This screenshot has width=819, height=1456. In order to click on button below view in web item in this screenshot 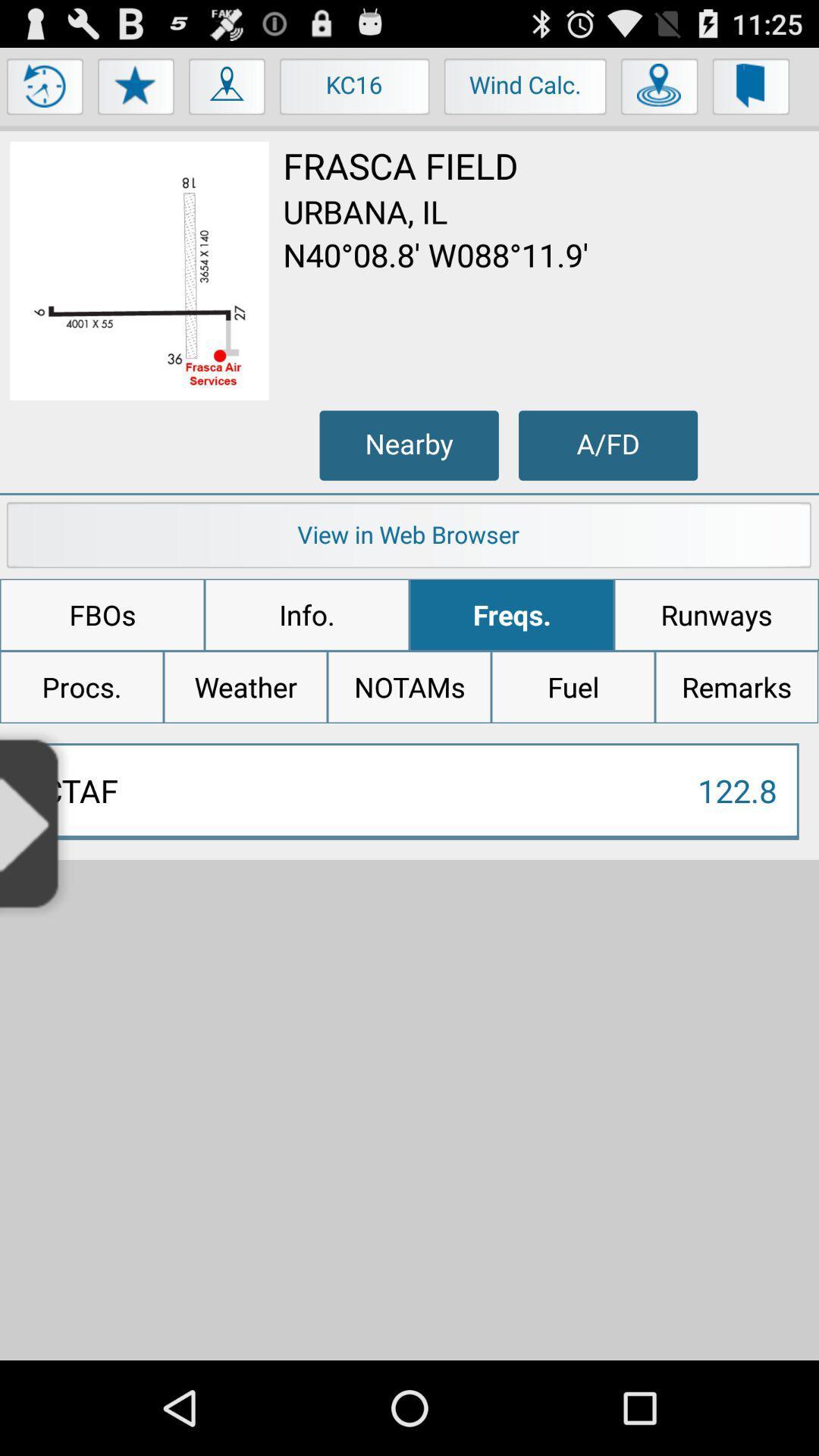, I will do `click(102, 615)`.